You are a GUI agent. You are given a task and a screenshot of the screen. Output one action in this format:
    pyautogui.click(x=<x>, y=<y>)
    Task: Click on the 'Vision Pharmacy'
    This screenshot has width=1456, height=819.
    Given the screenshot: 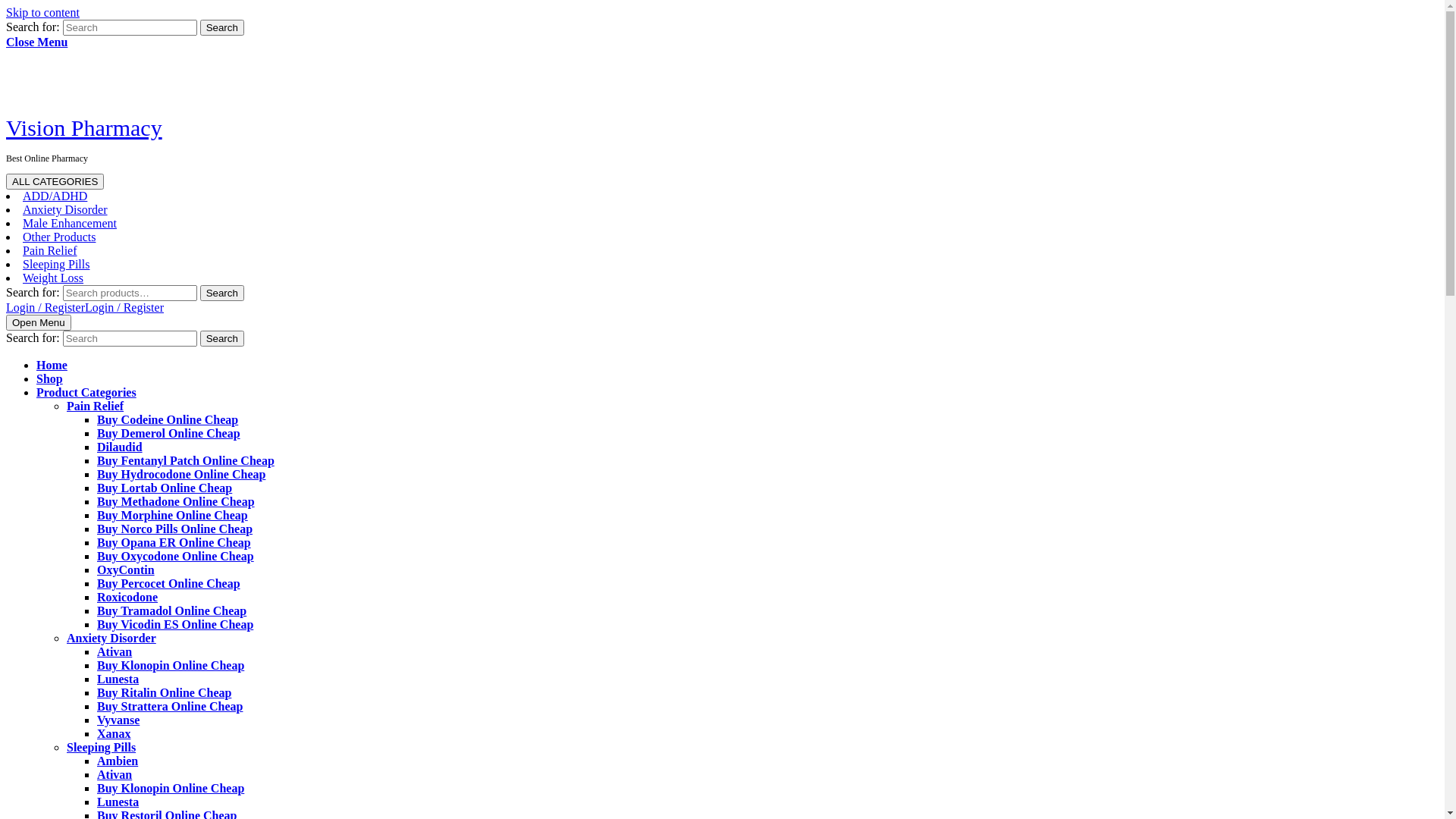 What is the action you would take?
    pyautogui.click(x=83, y=127)
    